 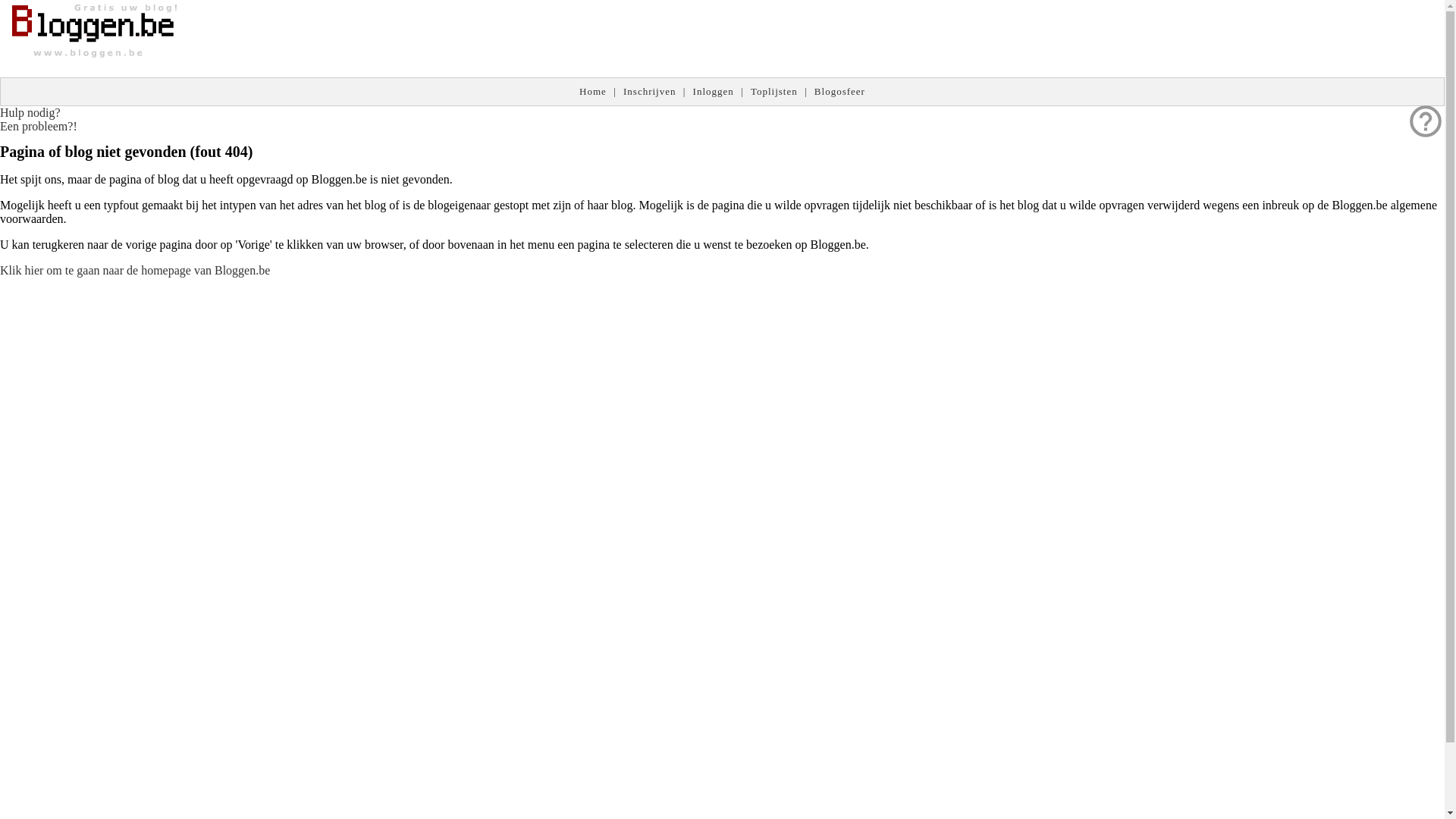 I want to click on 'help_outline, so click(x=39, y=118).